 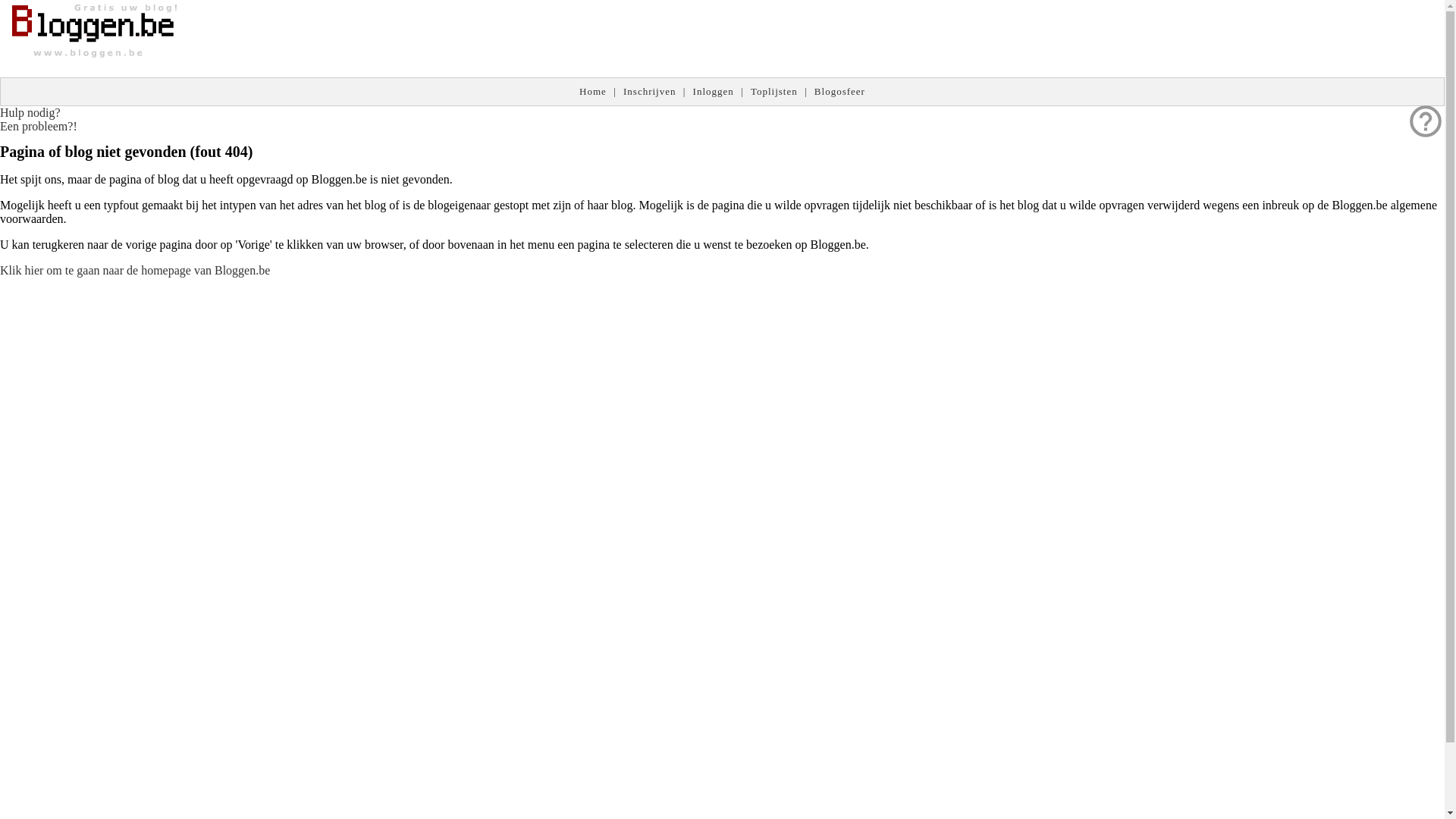 I want to click on 'help_outline, so click(x=39, y=118).